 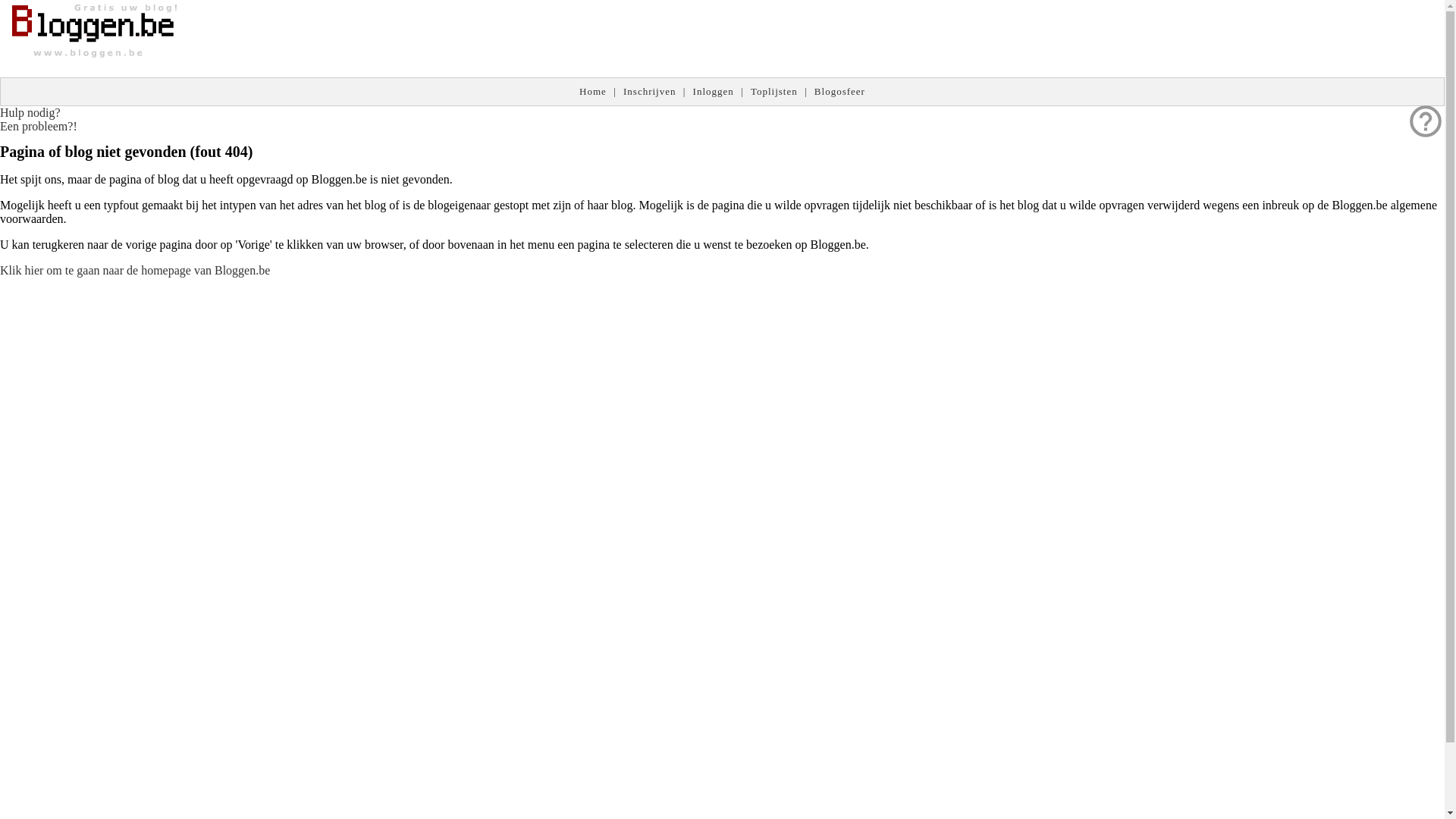 I want to click on 'help_outline, so click(x=39, y=118).